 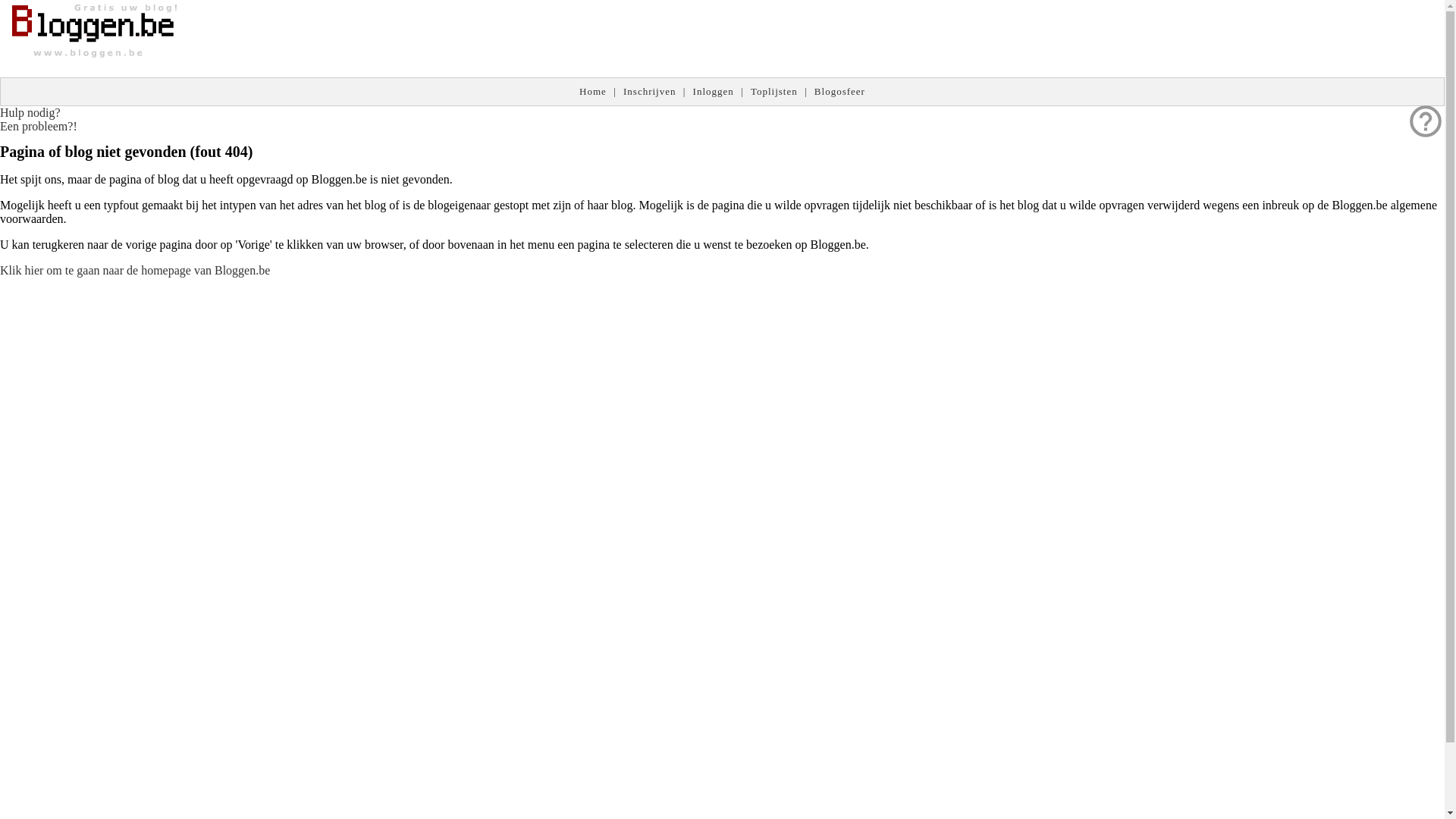 I want to click on 'help_outline, so click(x=39, y=118).